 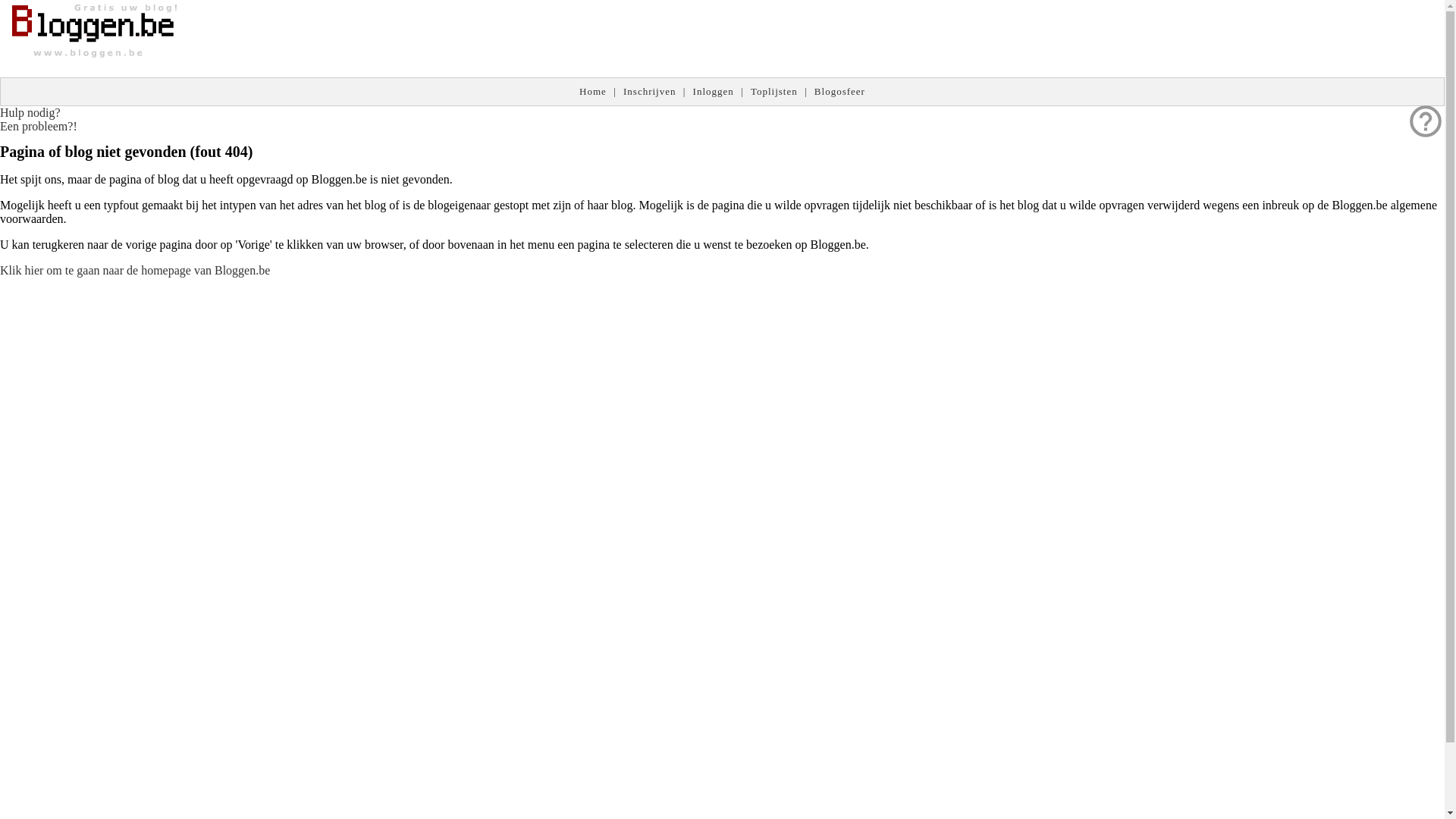 I want to click on 'help_outline, so click(x=39, y=118).